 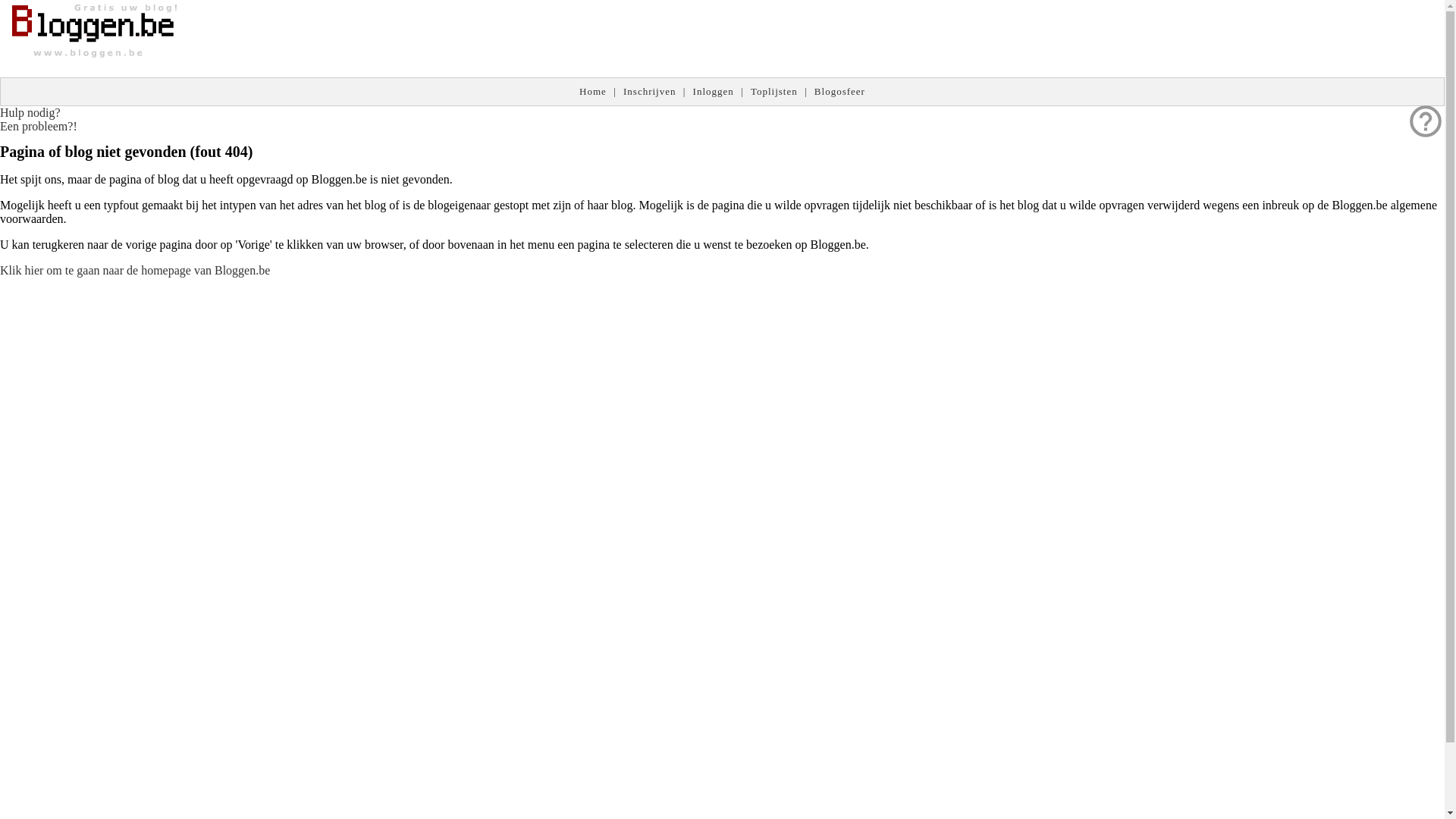 I want to click on 'help_outline, so click(x=39, y=118).